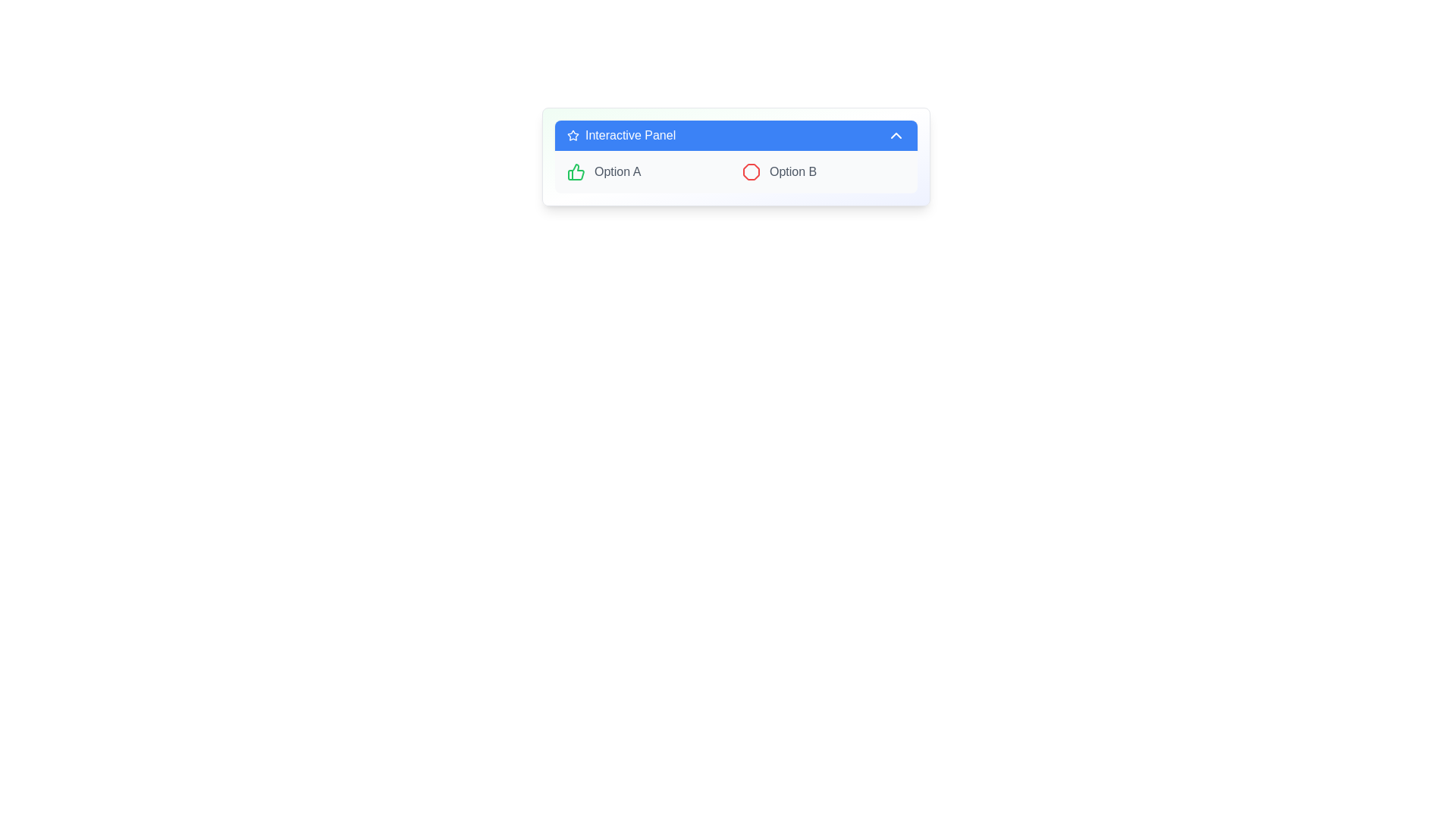 This screenshot has width=1456, height=819. What do you see at coordinates (572, 134) in the screenshot?
I see `the star icon with a rounded edge style located in the blue header labeled 'Interactive Panel'` at bounding box center [572, 134].